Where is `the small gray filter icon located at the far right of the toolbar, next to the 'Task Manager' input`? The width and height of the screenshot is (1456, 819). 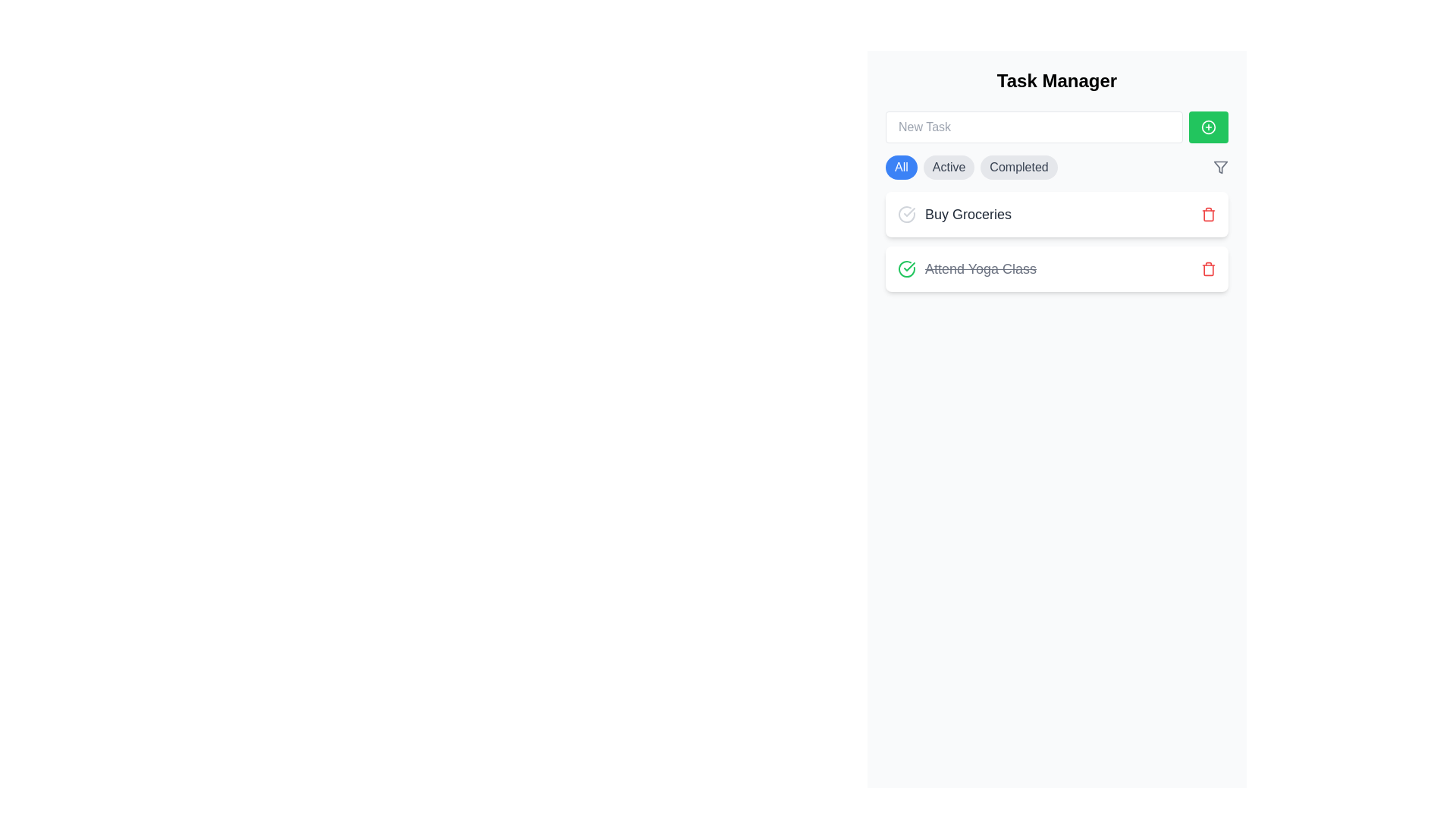
the small gray filter icon located at the far right of the toolbar, next to the 'Task Manager' input is located at coordinates (1220, 167).